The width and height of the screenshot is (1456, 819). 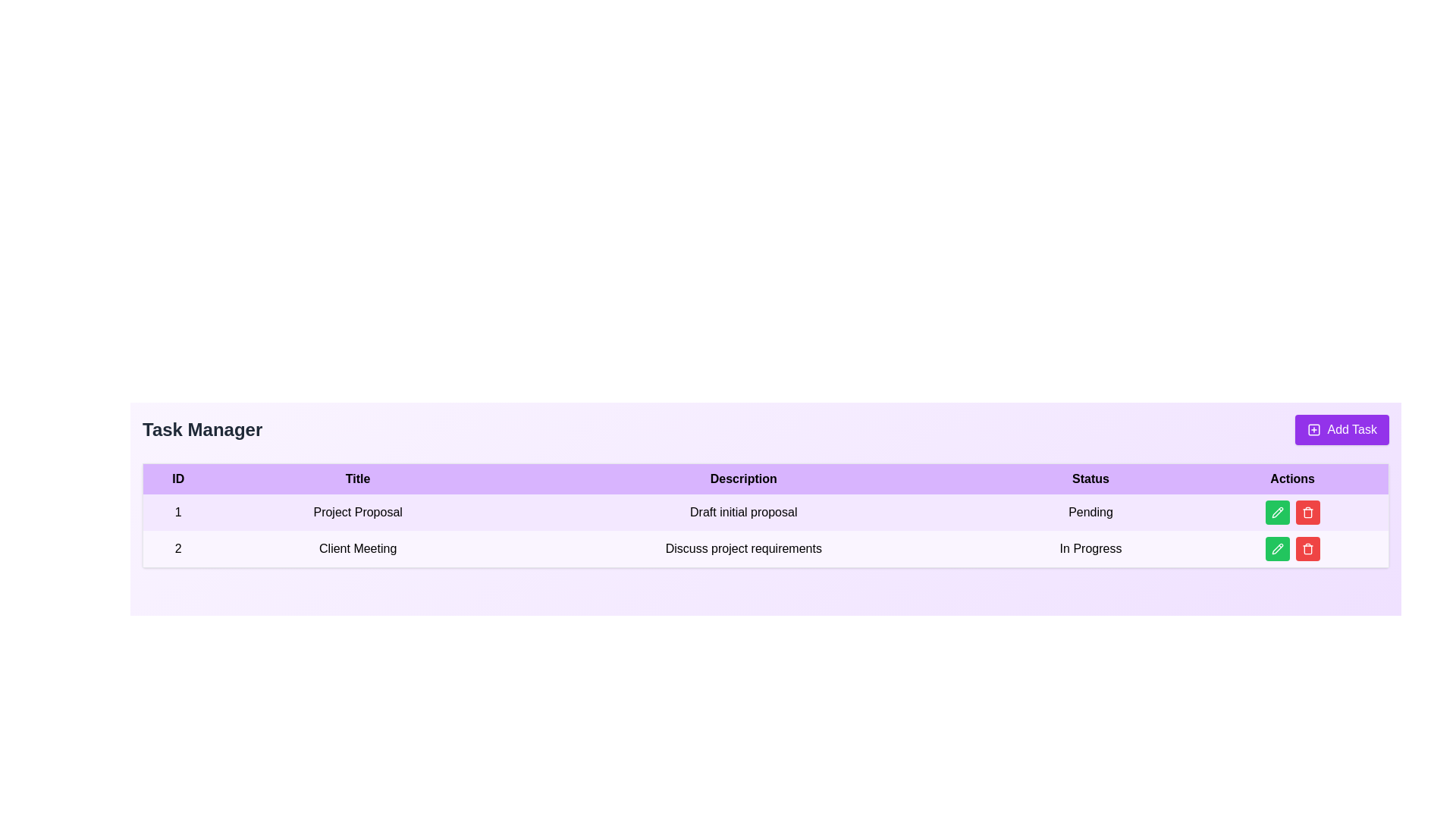 What do you see at coordinates (765, 549) in the screenshot?
I see `the second row of the task manager table` at bounding box center [765, 549].